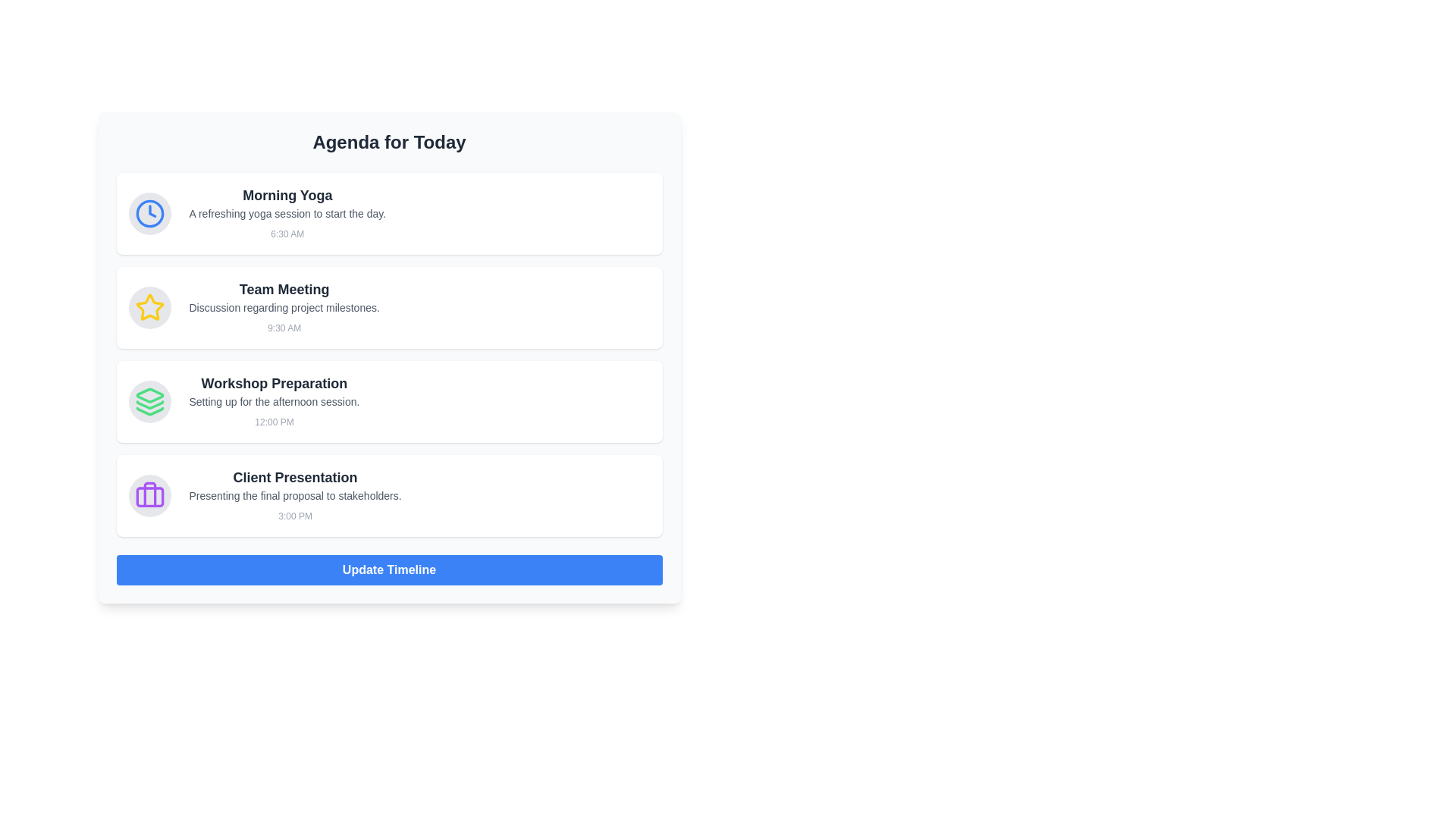 The width and height of the screenshot is (1456, 819). What do you see at coordinates (389, 570) in the screenshot?
I see `the button located at the bottom of the 'Agenda for Today' card to observe its hover effects` at bounding box center [389, 570].